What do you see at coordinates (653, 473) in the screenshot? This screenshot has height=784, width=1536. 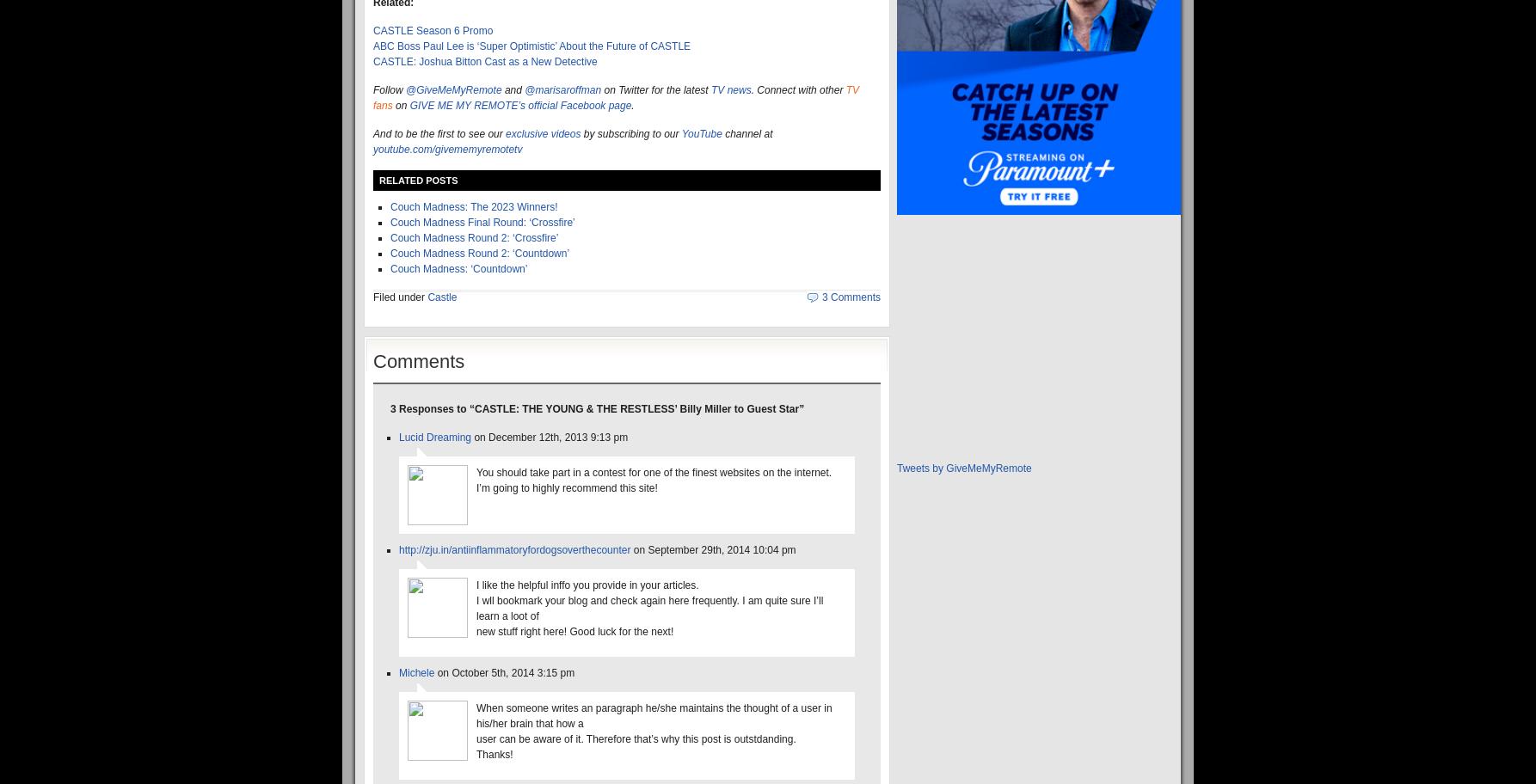 I see `'You should take part in a contest for one of the finest websites on the internet.'` at bounding box center [653, 473].